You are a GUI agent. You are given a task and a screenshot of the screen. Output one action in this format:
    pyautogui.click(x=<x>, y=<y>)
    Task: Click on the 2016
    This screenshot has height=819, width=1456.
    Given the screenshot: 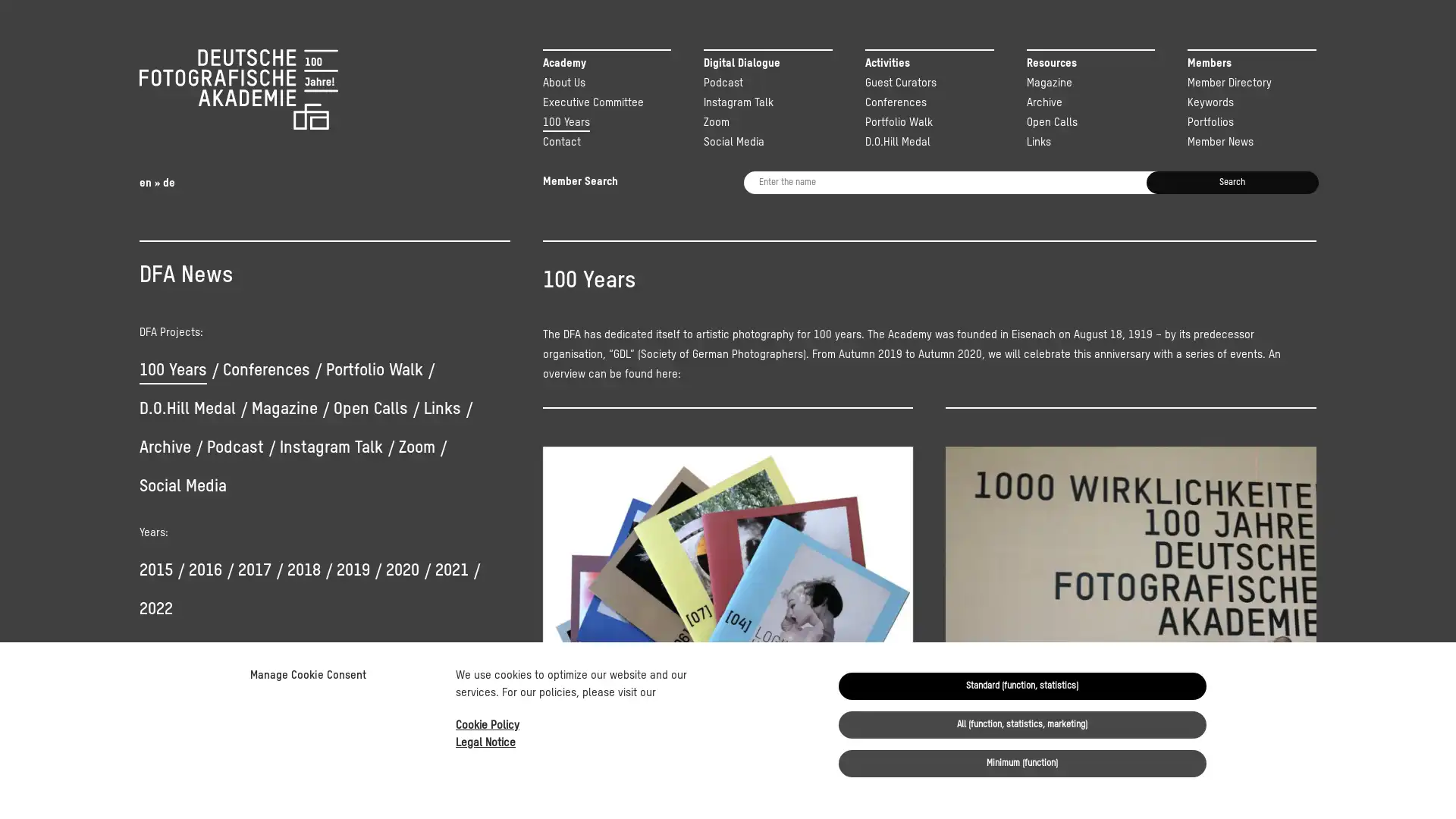 What is the action you would take?
    pyautogui.click(x=204, y=570)
    